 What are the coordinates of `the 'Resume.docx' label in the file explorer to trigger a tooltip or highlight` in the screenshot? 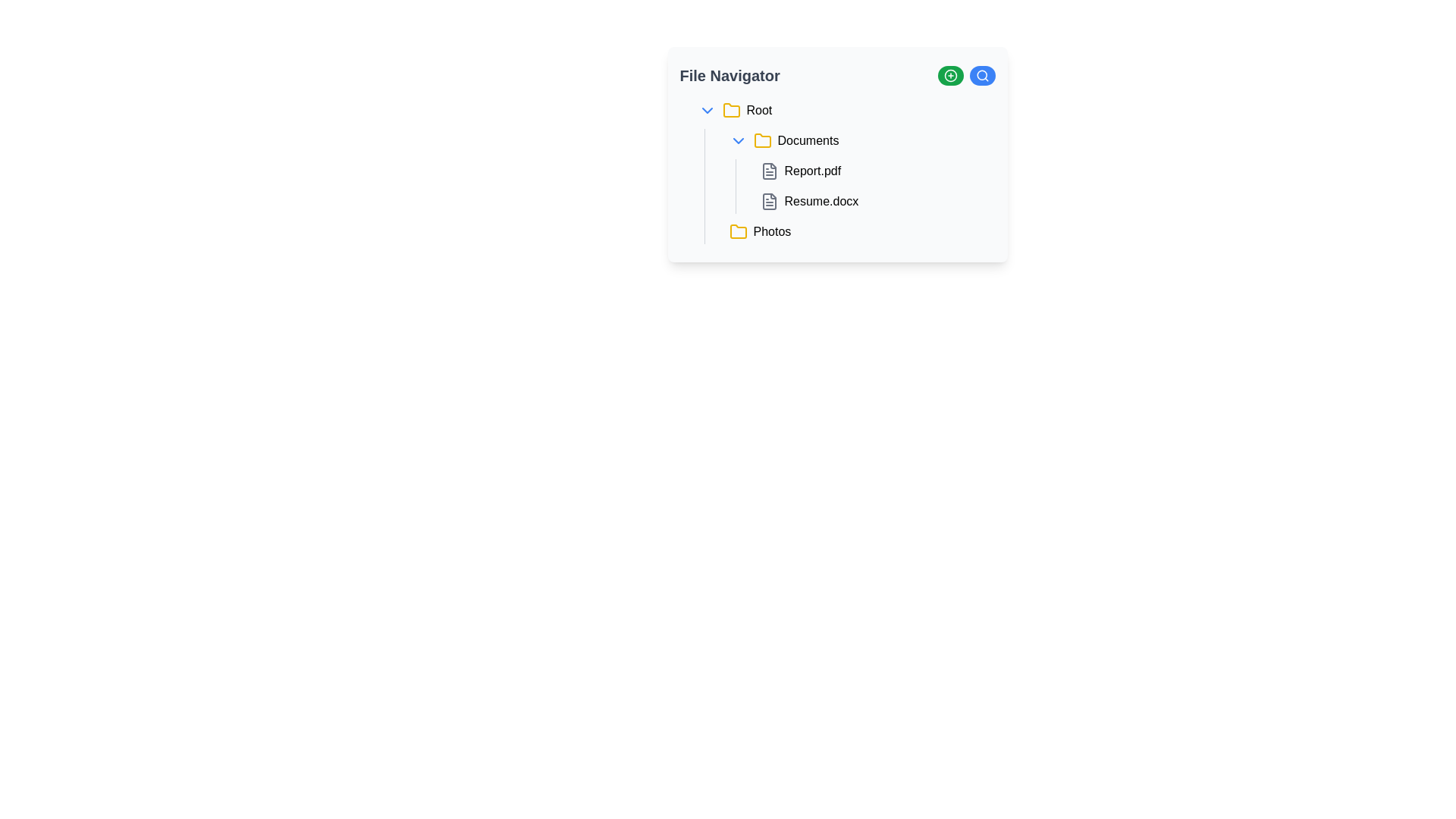 It's located at (821, 201).